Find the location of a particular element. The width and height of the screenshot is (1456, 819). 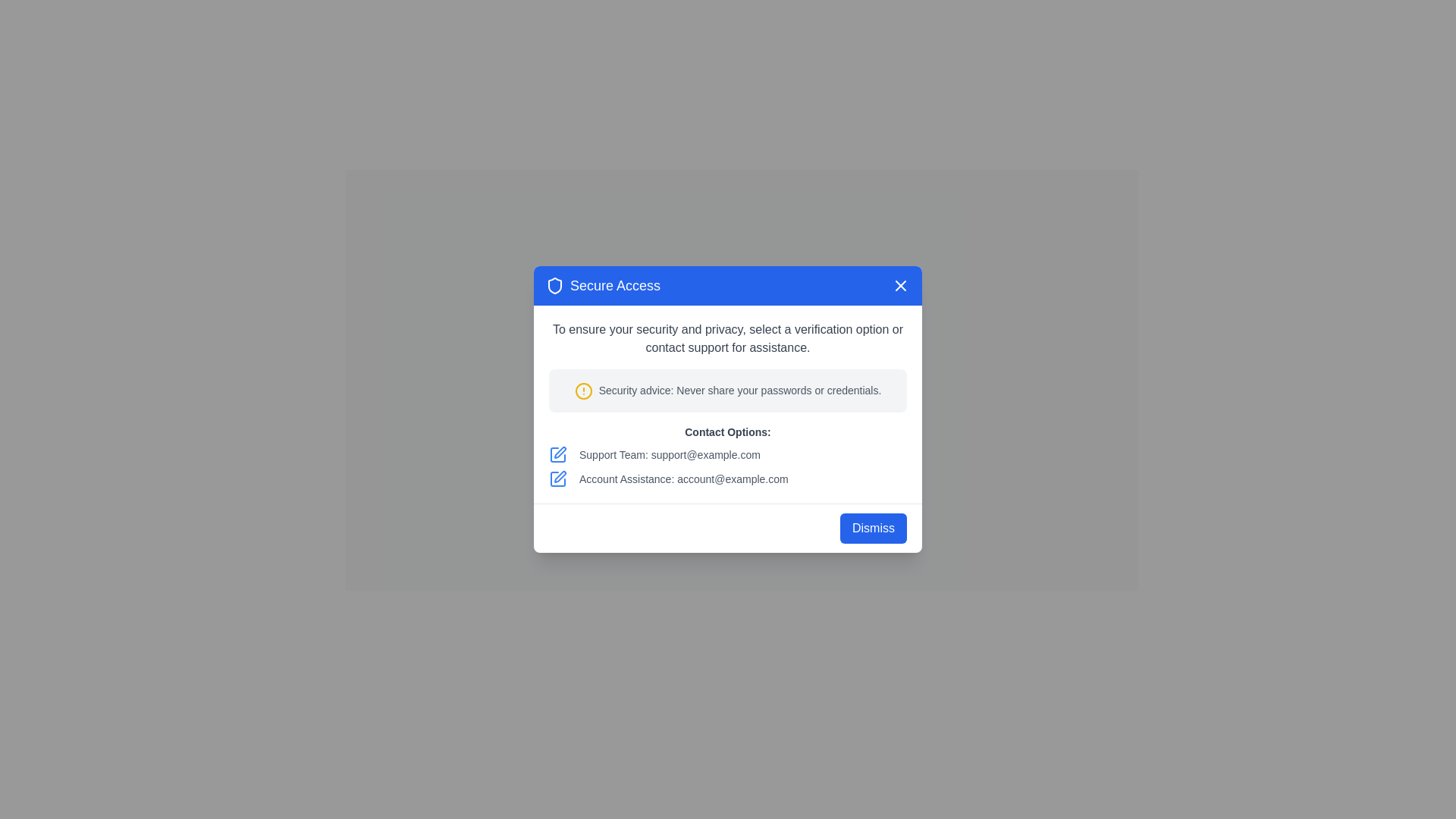

the text label displaying 'Account Assistance' in muted gray color, which is part of the contact information section in the dialog box is located at coordinates (625, 479).